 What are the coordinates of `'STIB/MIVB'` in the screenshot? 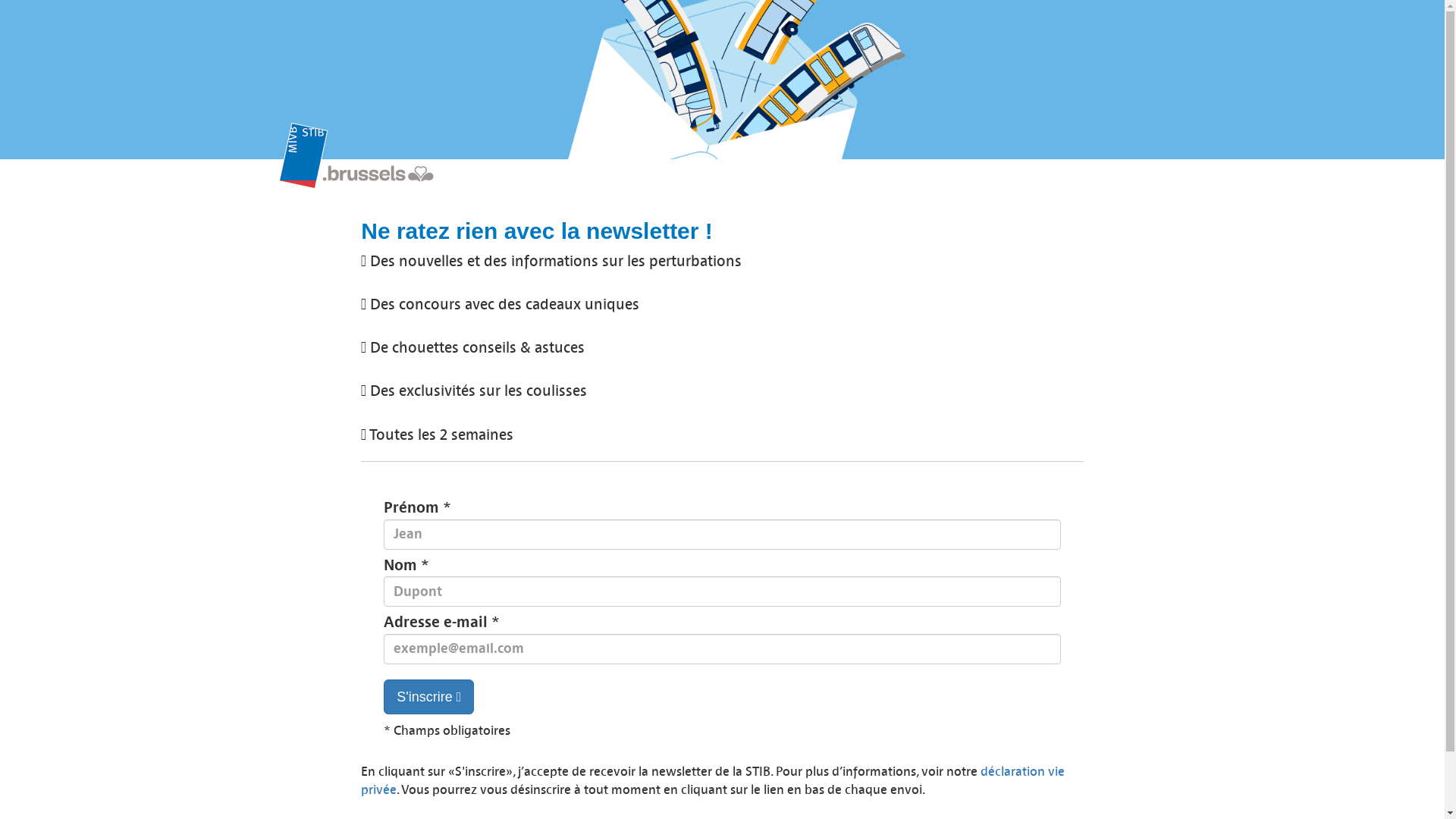 It's located at (374, 162).